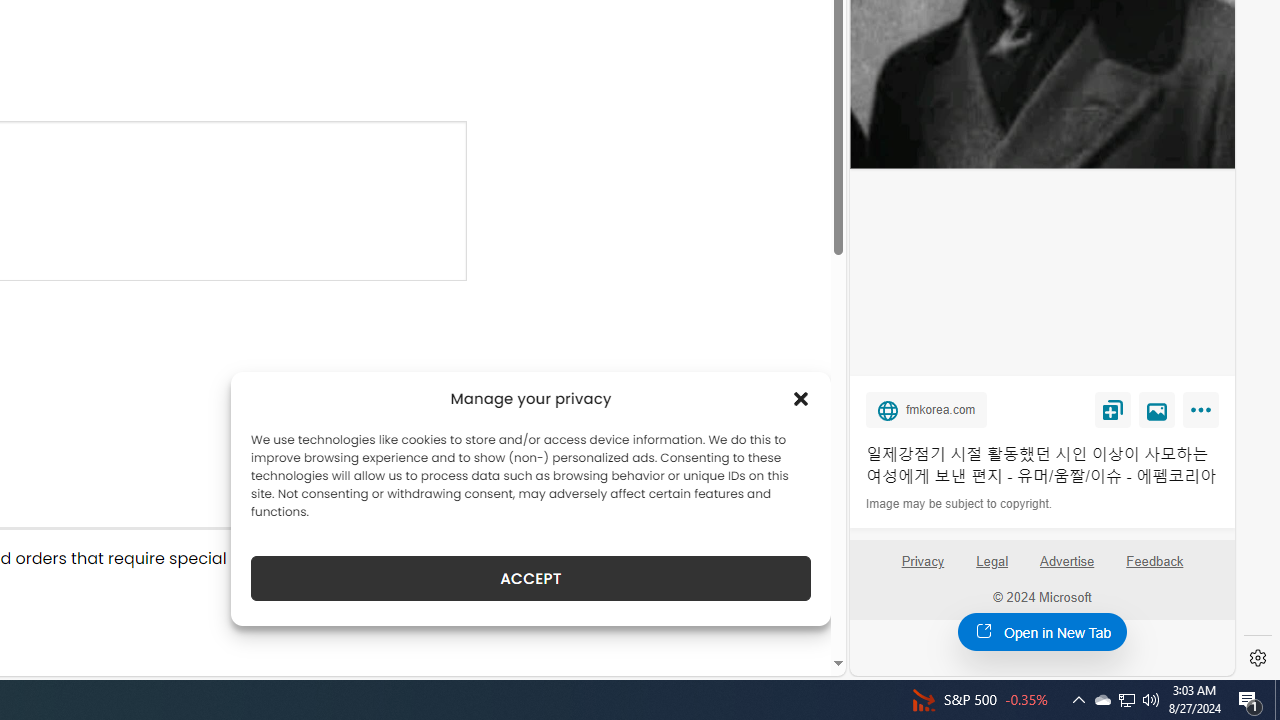 This screenshot has height=720, width=1280. What do you see at coordinates (531, 578) in the screenshot?
I see `'ACCEPT'` at bounding box center [531, 578].